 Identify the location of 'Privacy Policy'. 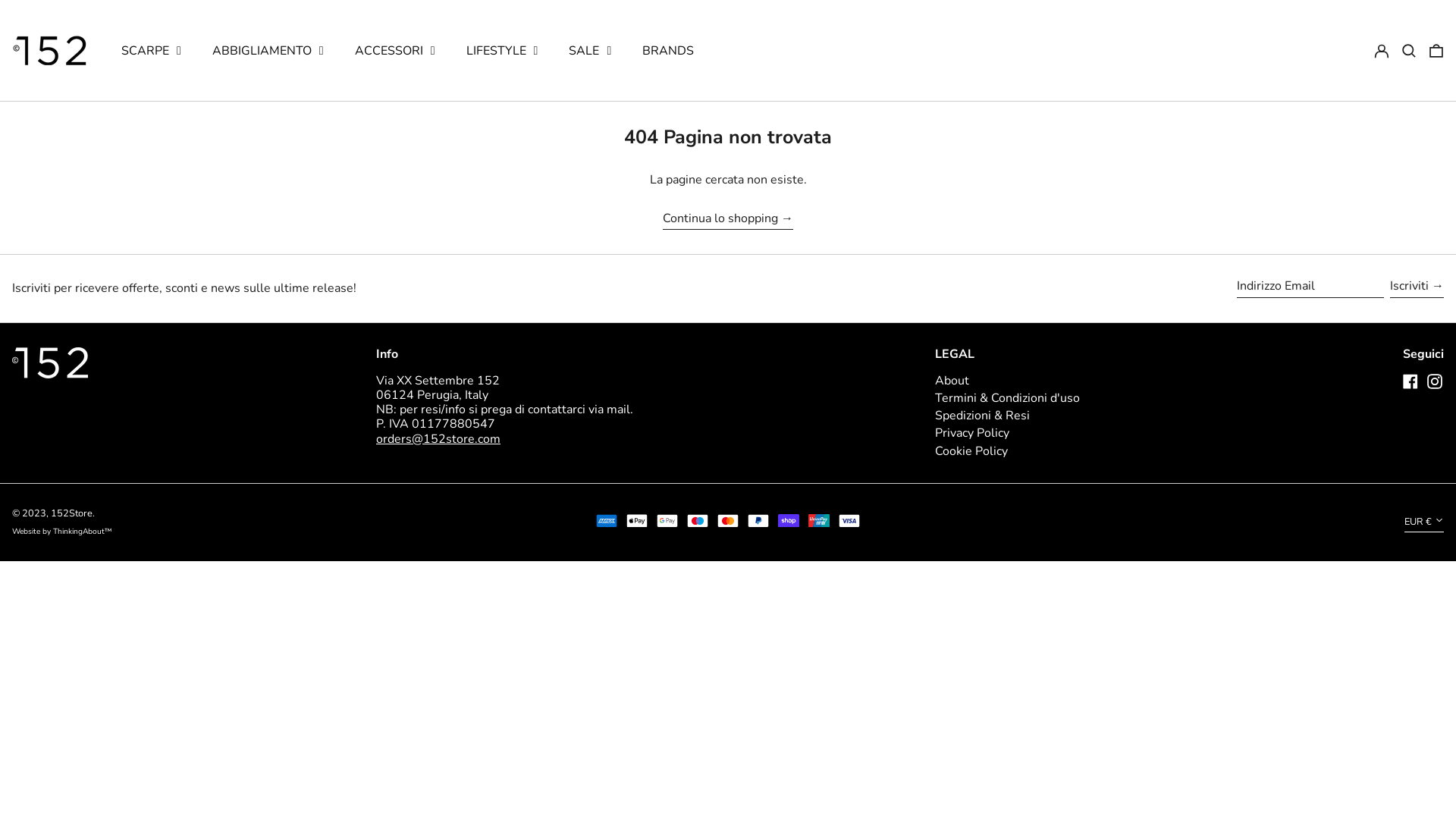
(934, 432).